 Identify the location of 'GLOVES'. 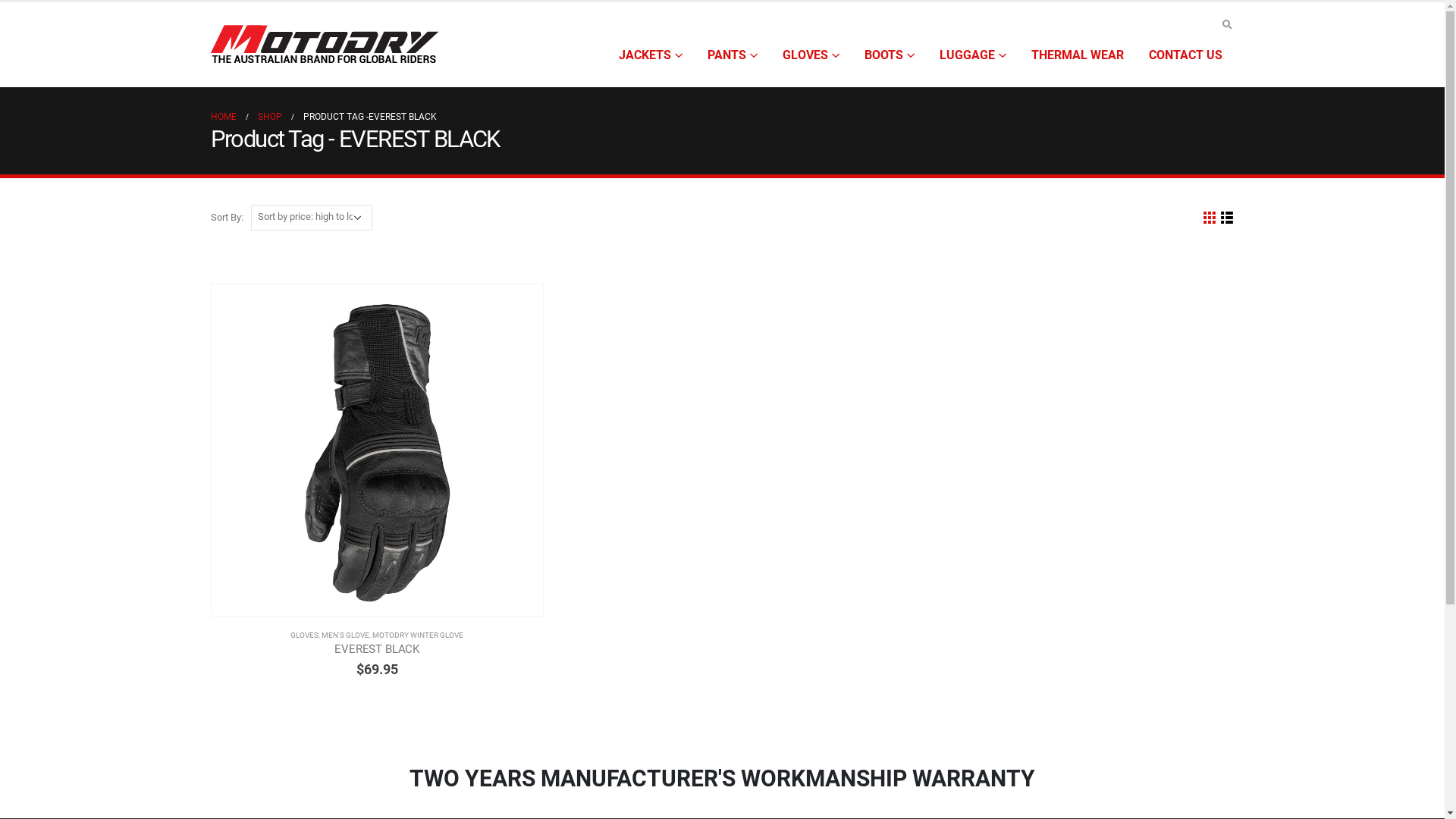
(770, 55).